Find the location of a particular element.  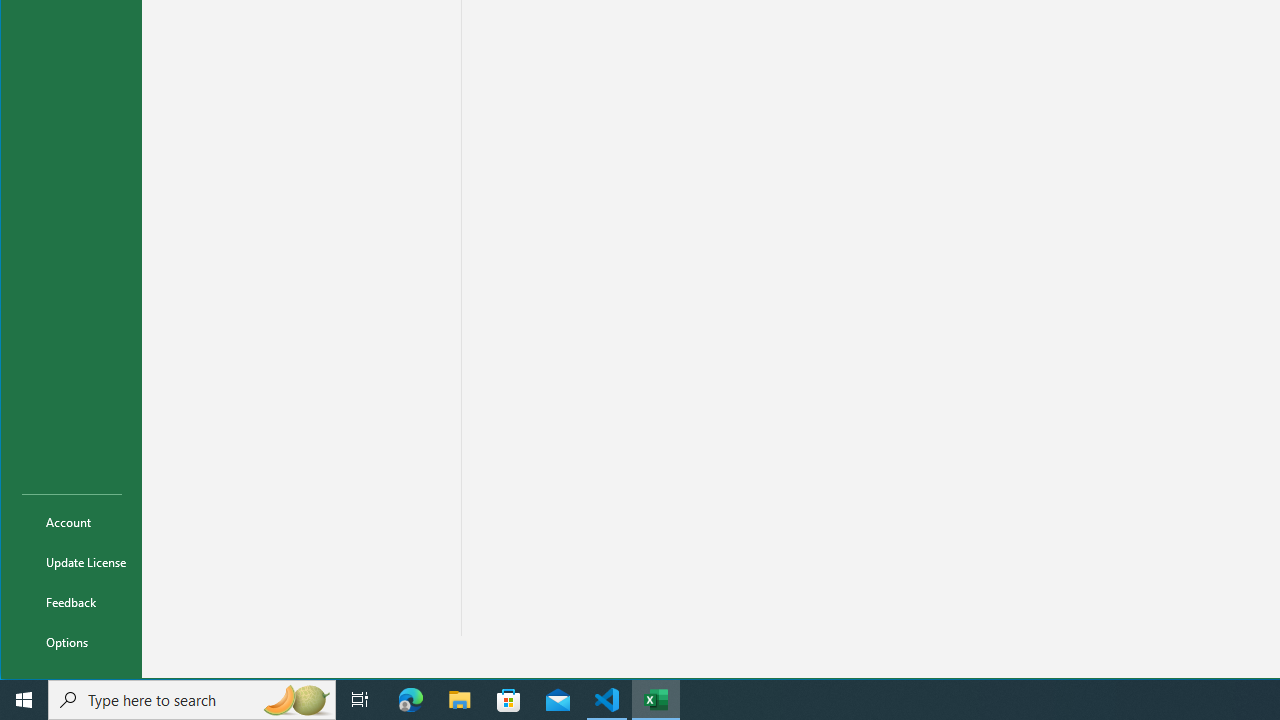

'Start' is located at coordinates (24, 698).